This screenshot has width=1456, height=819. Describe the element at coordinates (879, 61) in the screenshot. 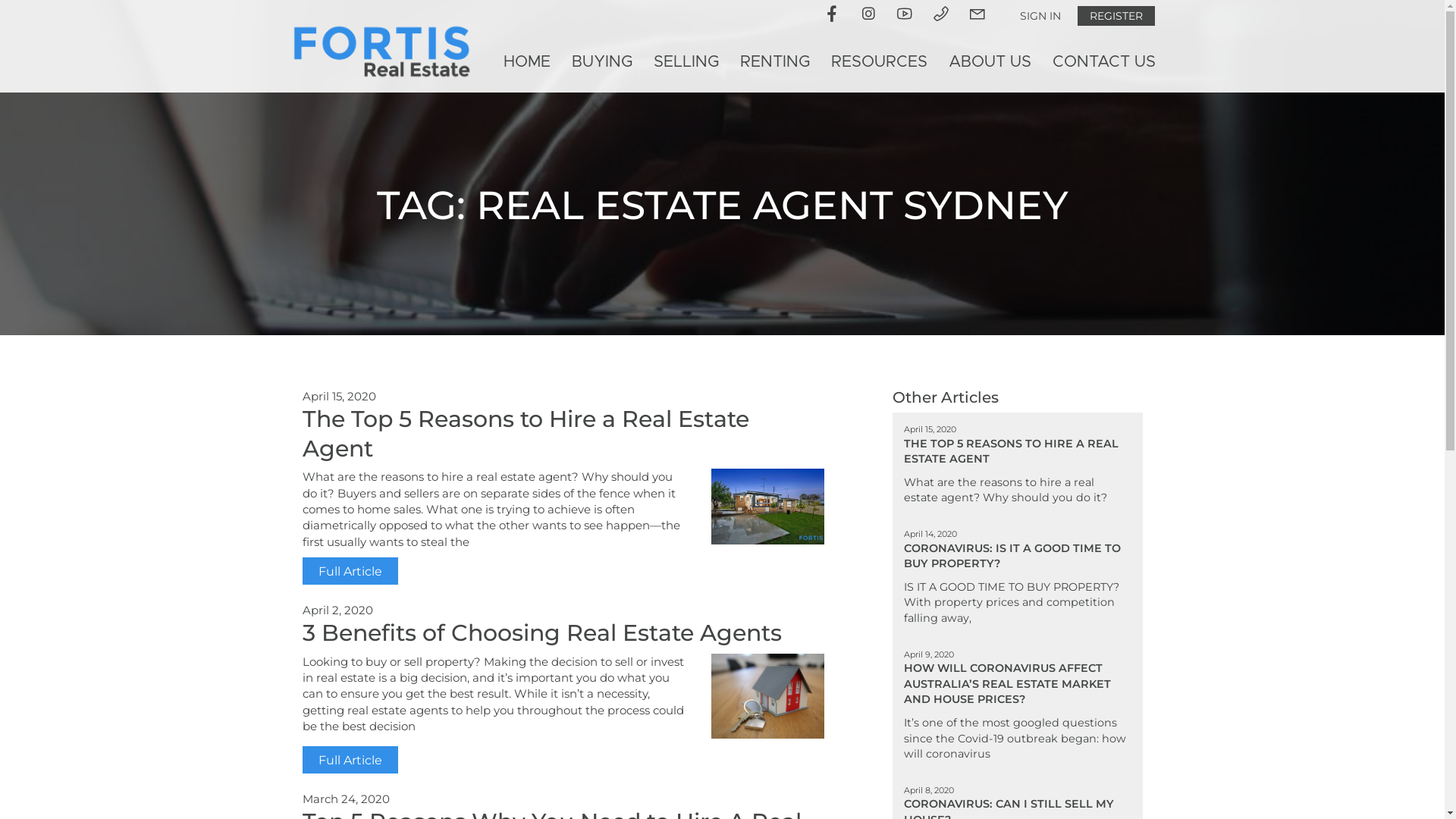

I see `'RESOURCES'` at that location.